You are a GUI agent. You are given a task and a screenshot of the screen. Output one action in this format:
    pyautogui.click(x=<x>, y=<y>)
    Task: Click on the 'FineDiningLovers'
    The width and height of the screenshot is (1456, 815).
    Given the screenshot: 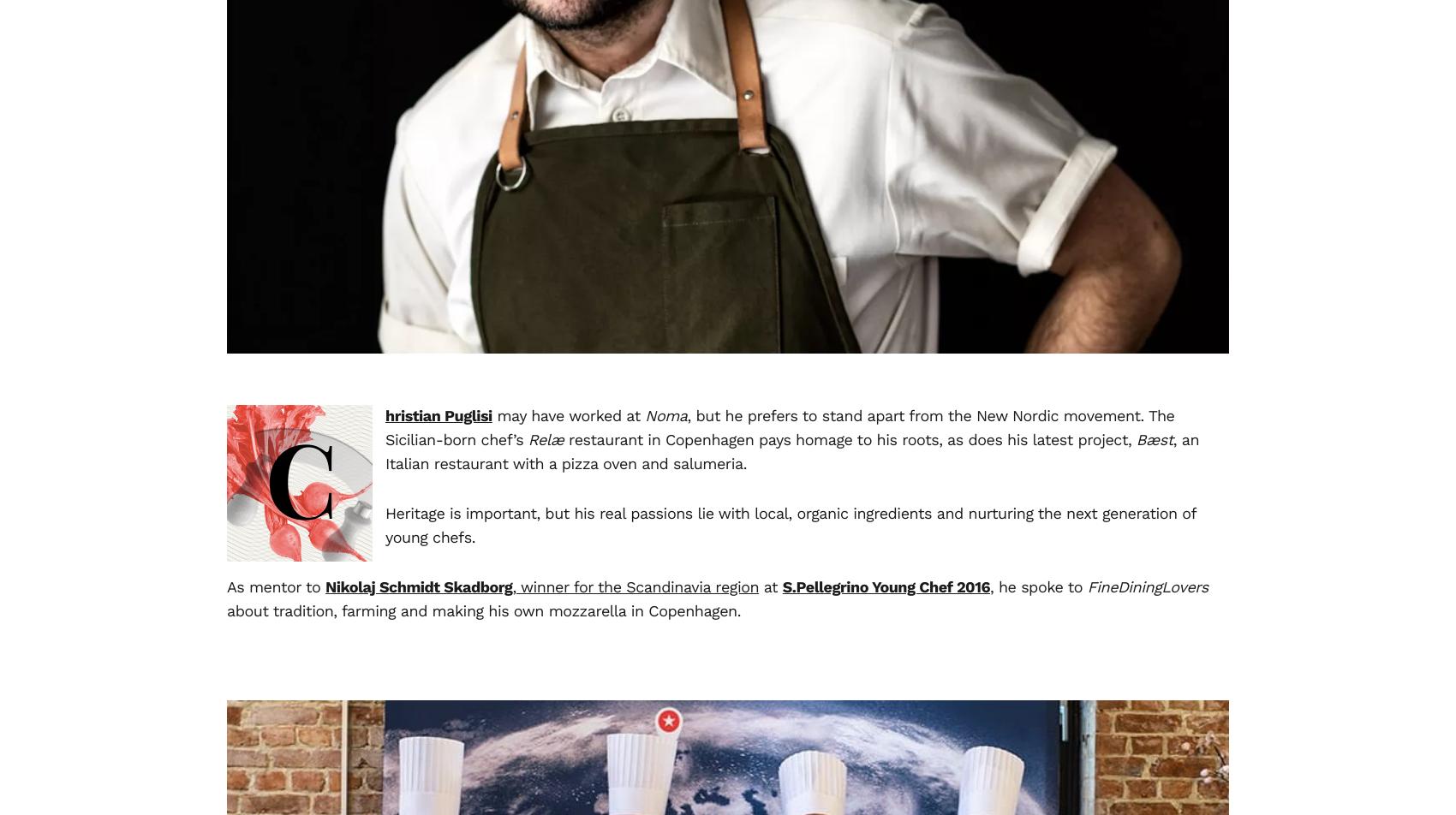 What is the action you would take?
    pyautogui.click(x=1086, y=587)
    